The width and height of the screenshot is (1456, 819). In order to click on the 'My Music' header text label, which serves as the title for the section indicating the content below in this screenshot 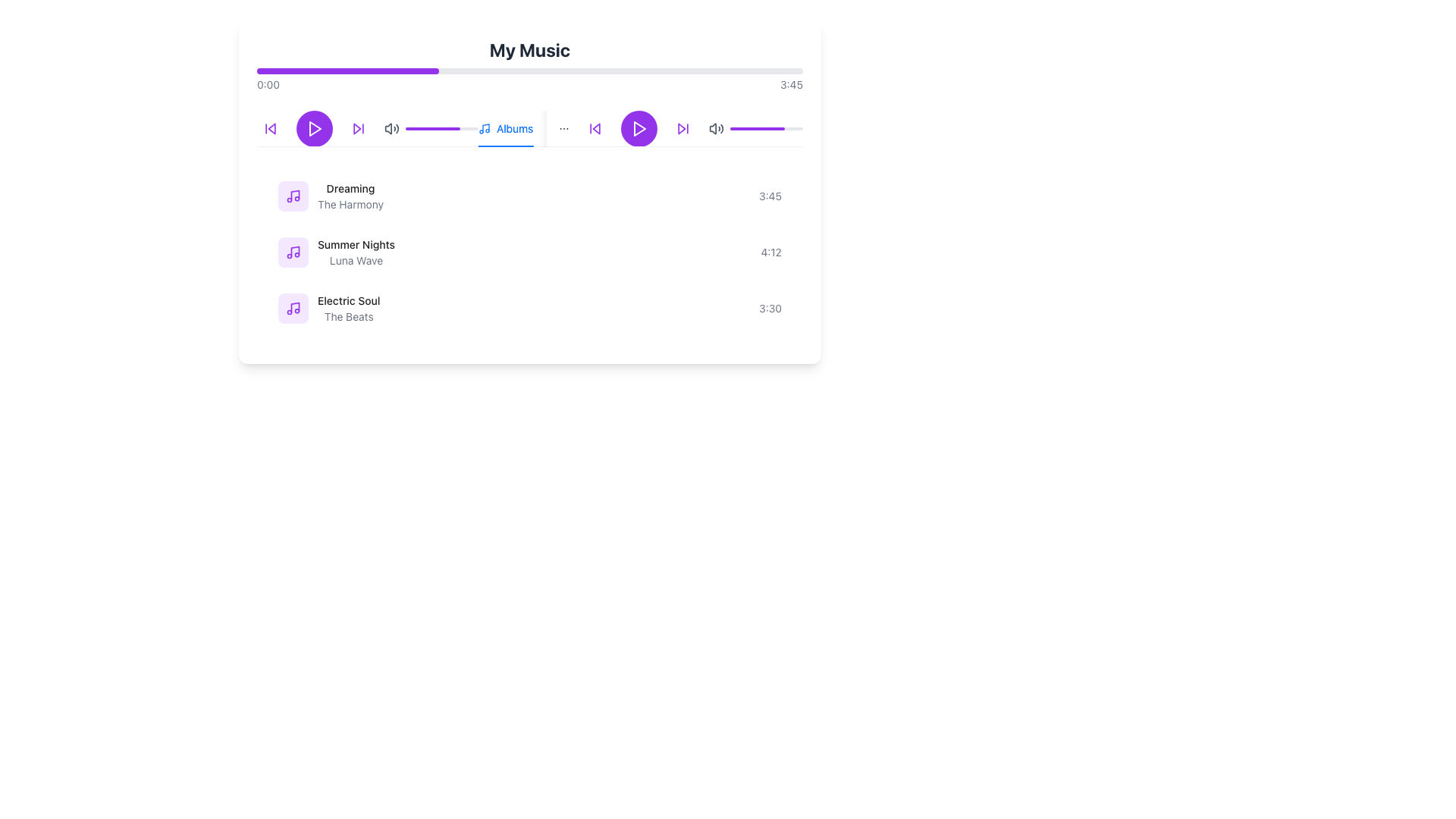, I will do `click(530, 49)`.